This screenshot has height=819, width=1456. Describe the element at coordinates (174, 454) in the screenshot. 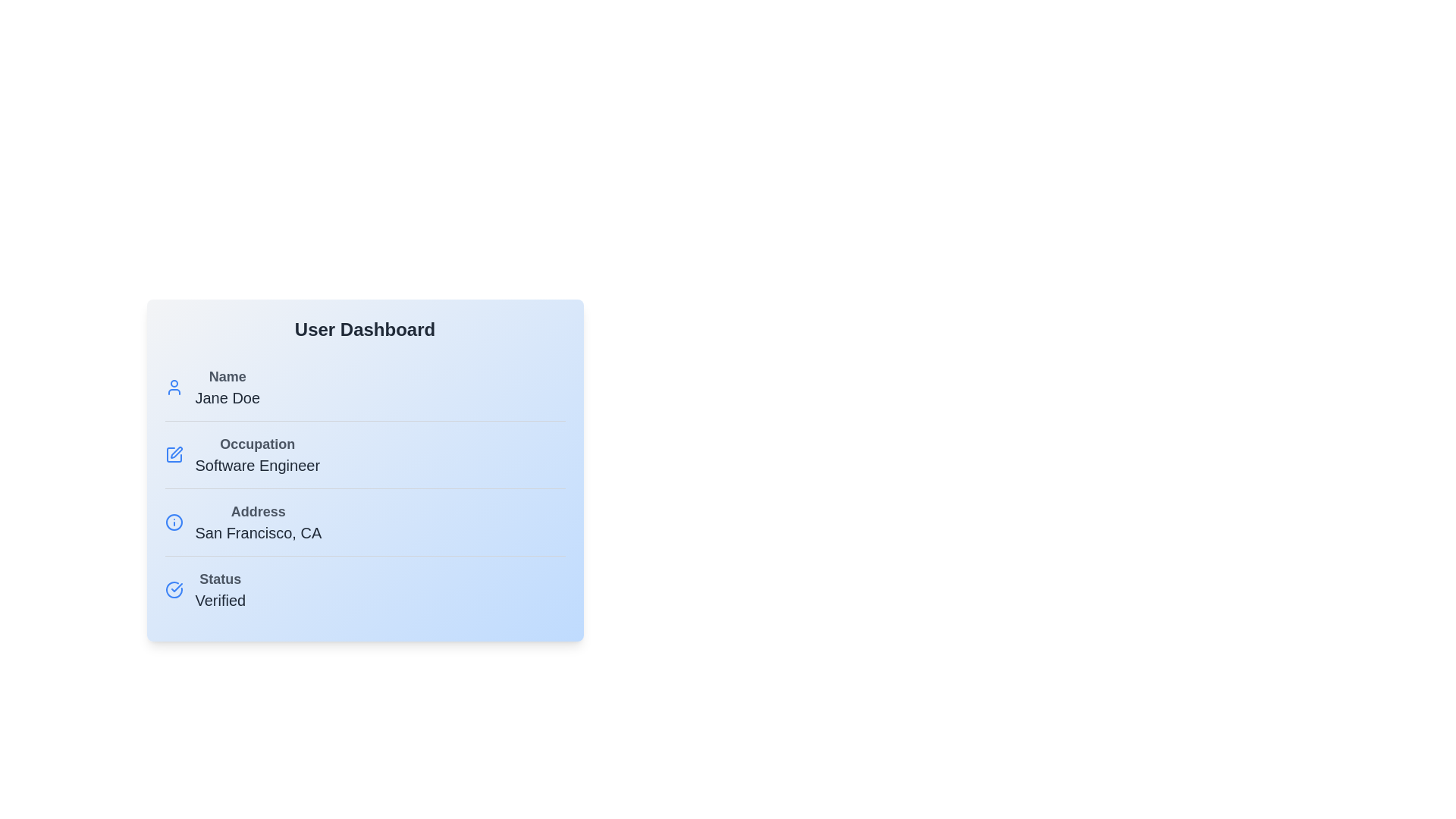

I see `the editing icon located next to the 'Occupation' label in the second row of the user dashboard interface` at that location.